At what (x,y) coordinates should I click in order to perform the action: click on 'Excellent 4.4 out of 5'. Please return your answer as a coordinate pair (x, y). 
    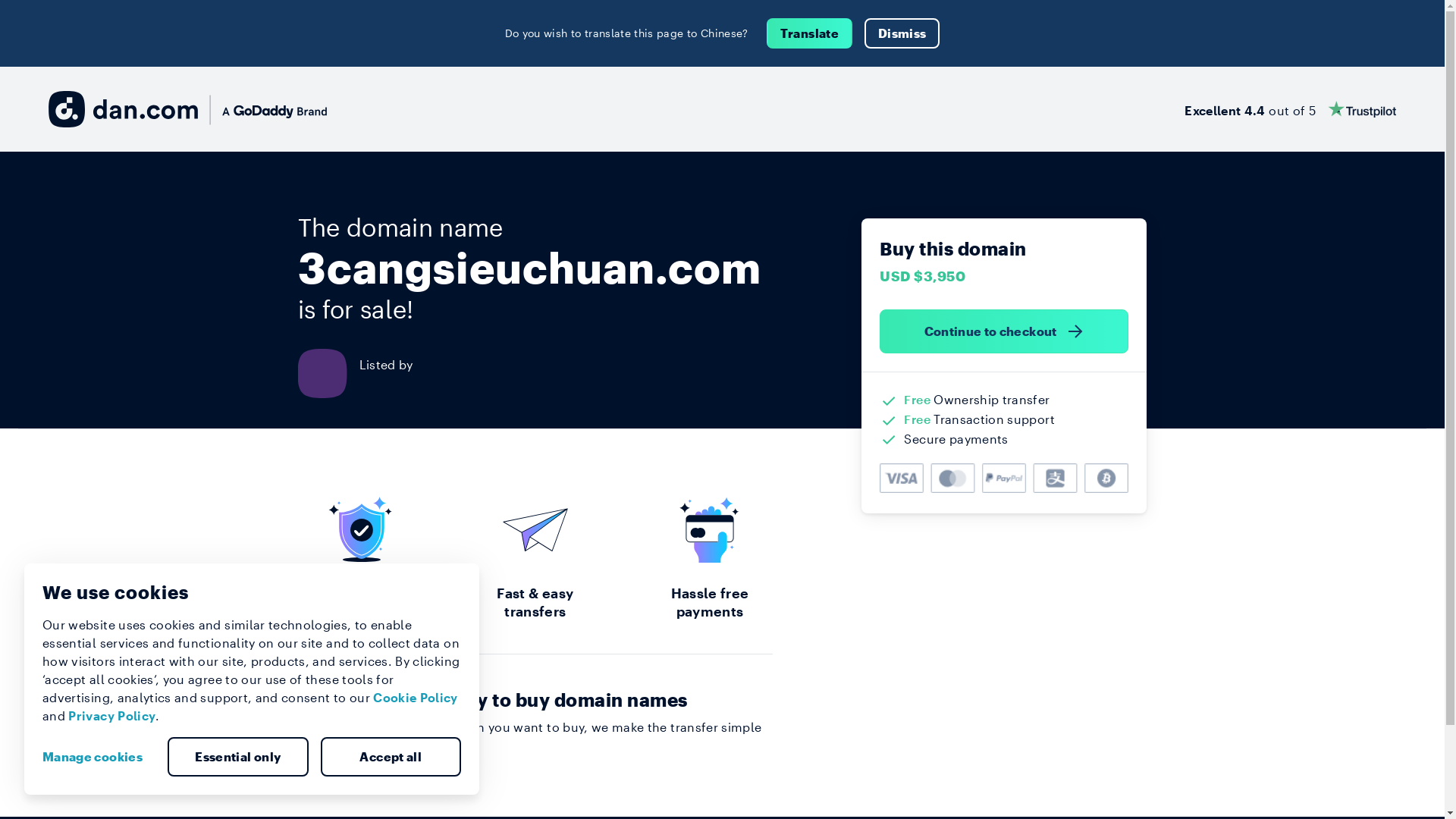
    Looking at the image, I should click on (1183, 108).